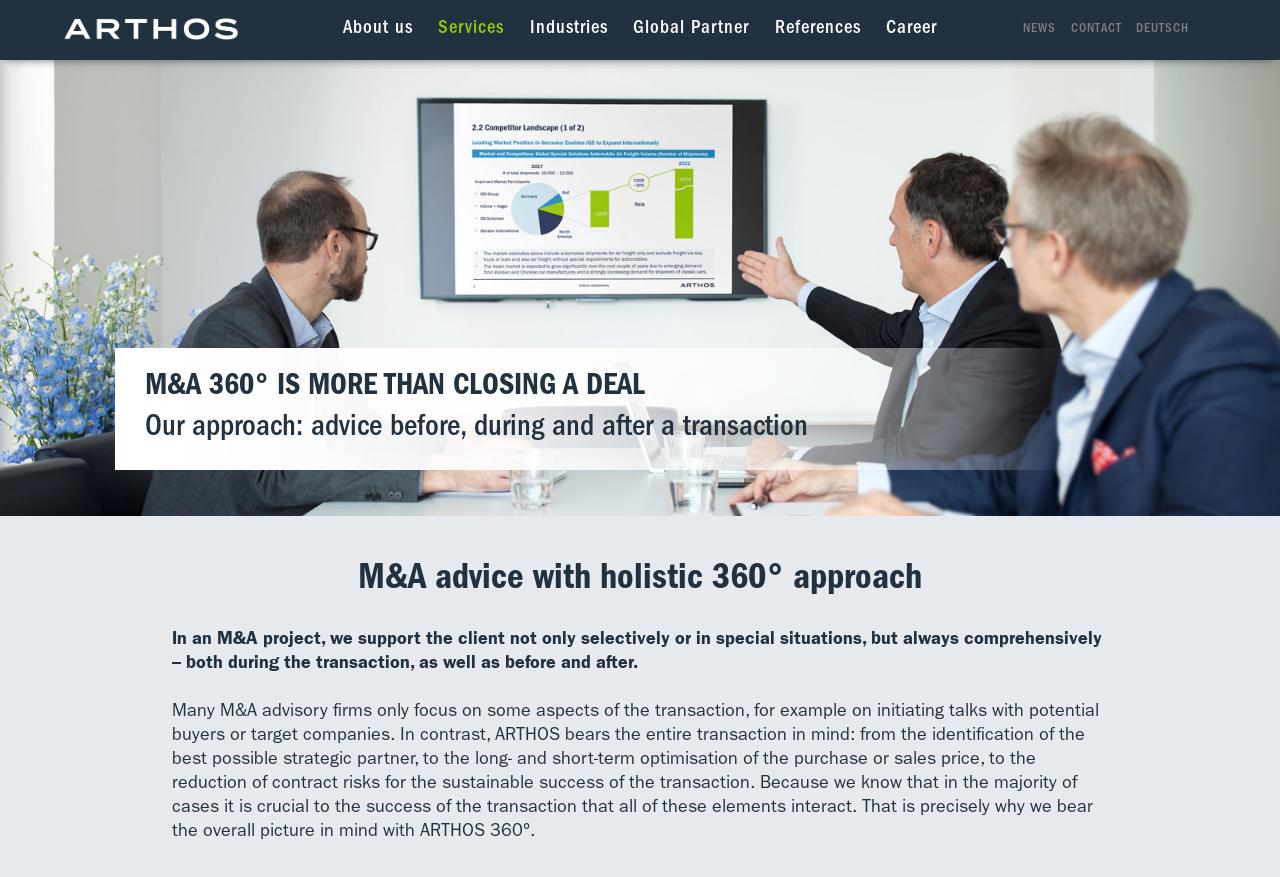 The height and width of the screenshot is (877, 1280). Describe the element at coordinates (1161, 28) in the screenshot. I see `'Deutsch'` at that location.